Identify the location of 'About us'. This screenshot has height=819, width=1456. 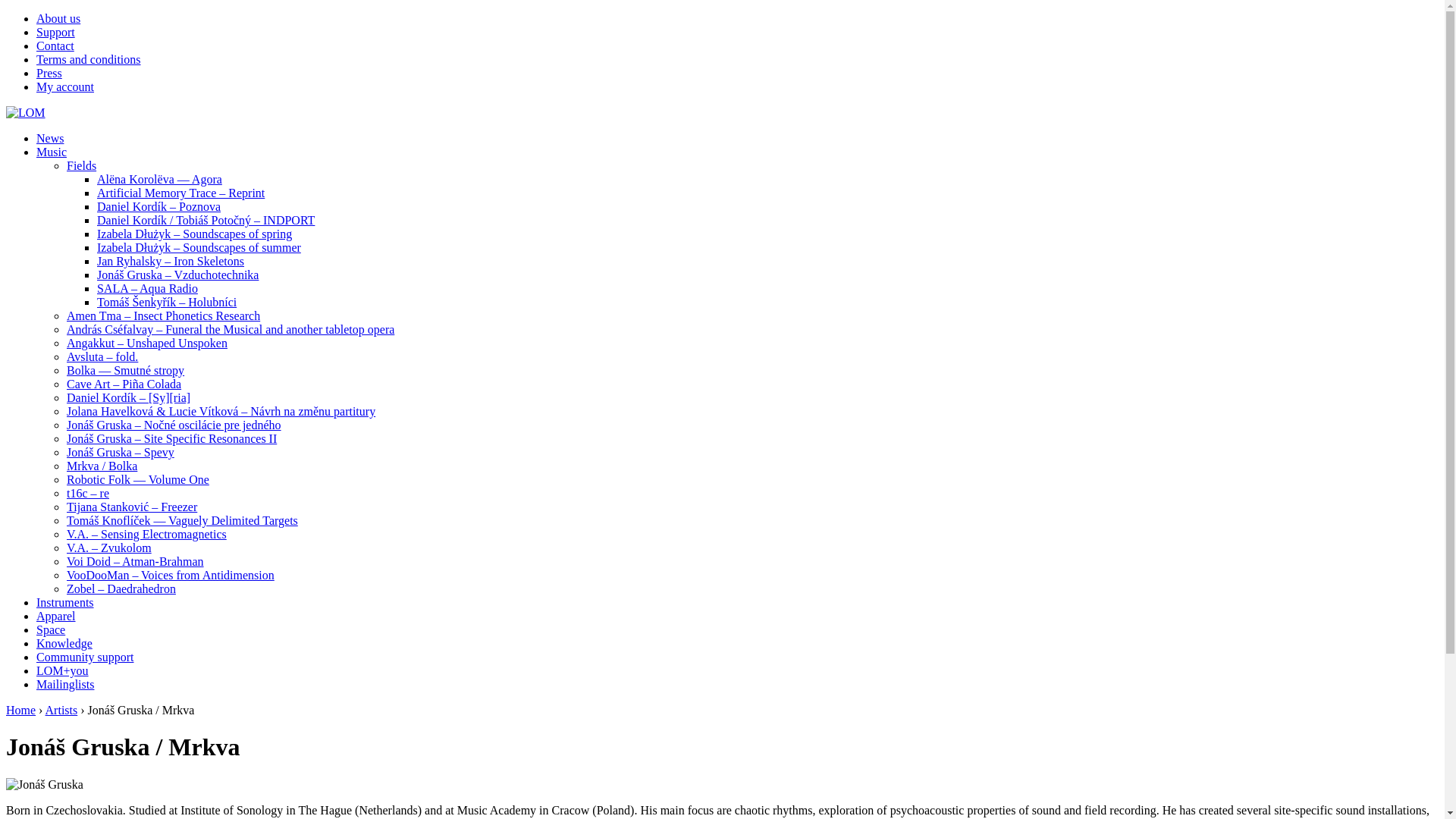
(58, 18).